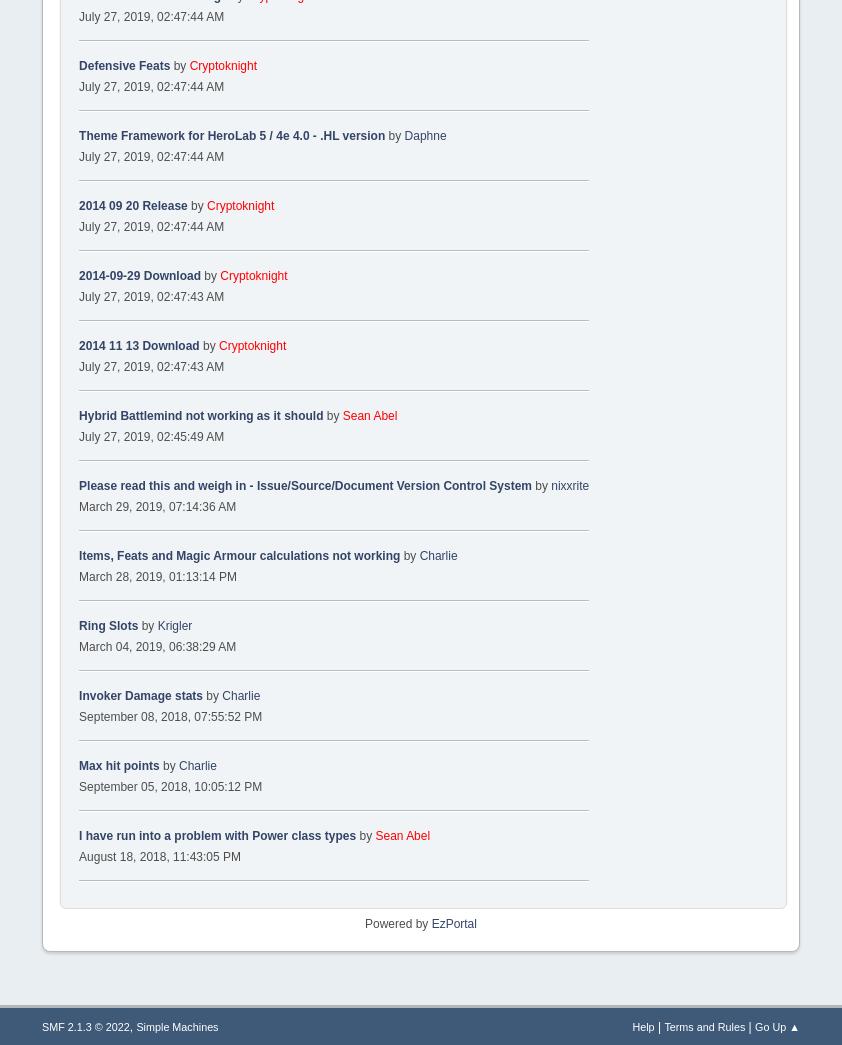 This screenshot has width=842, height=1045. Describe the element at coordinates (169, 715) in the screenshot. I see `'September 08, 2018, 07:55:52 PM'` at that location.